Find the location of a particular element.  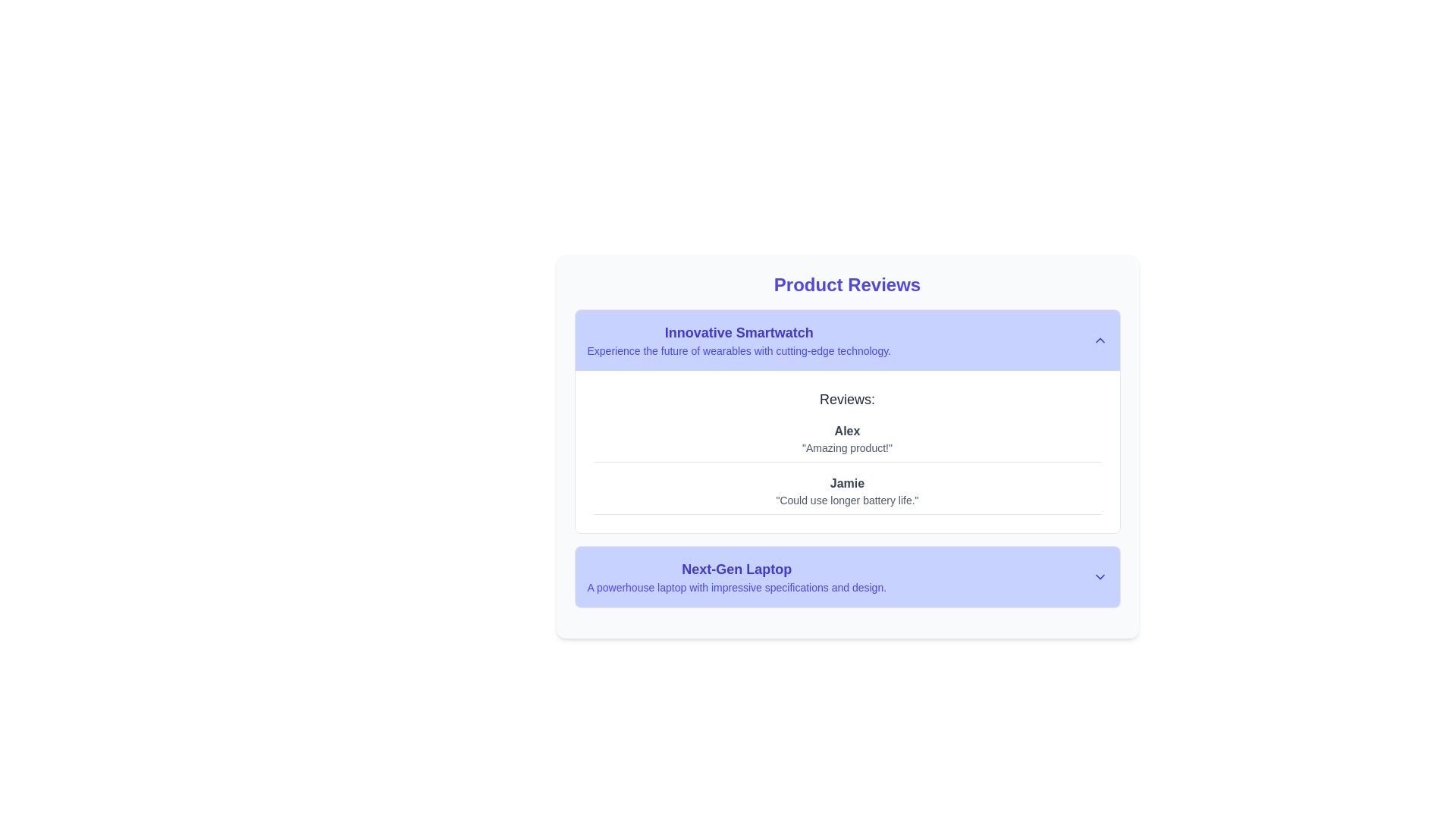

description provided by the text label located below the 'Next-Gen Laptop' title, which highlights the features of the product is located at coordinates (736, 587).